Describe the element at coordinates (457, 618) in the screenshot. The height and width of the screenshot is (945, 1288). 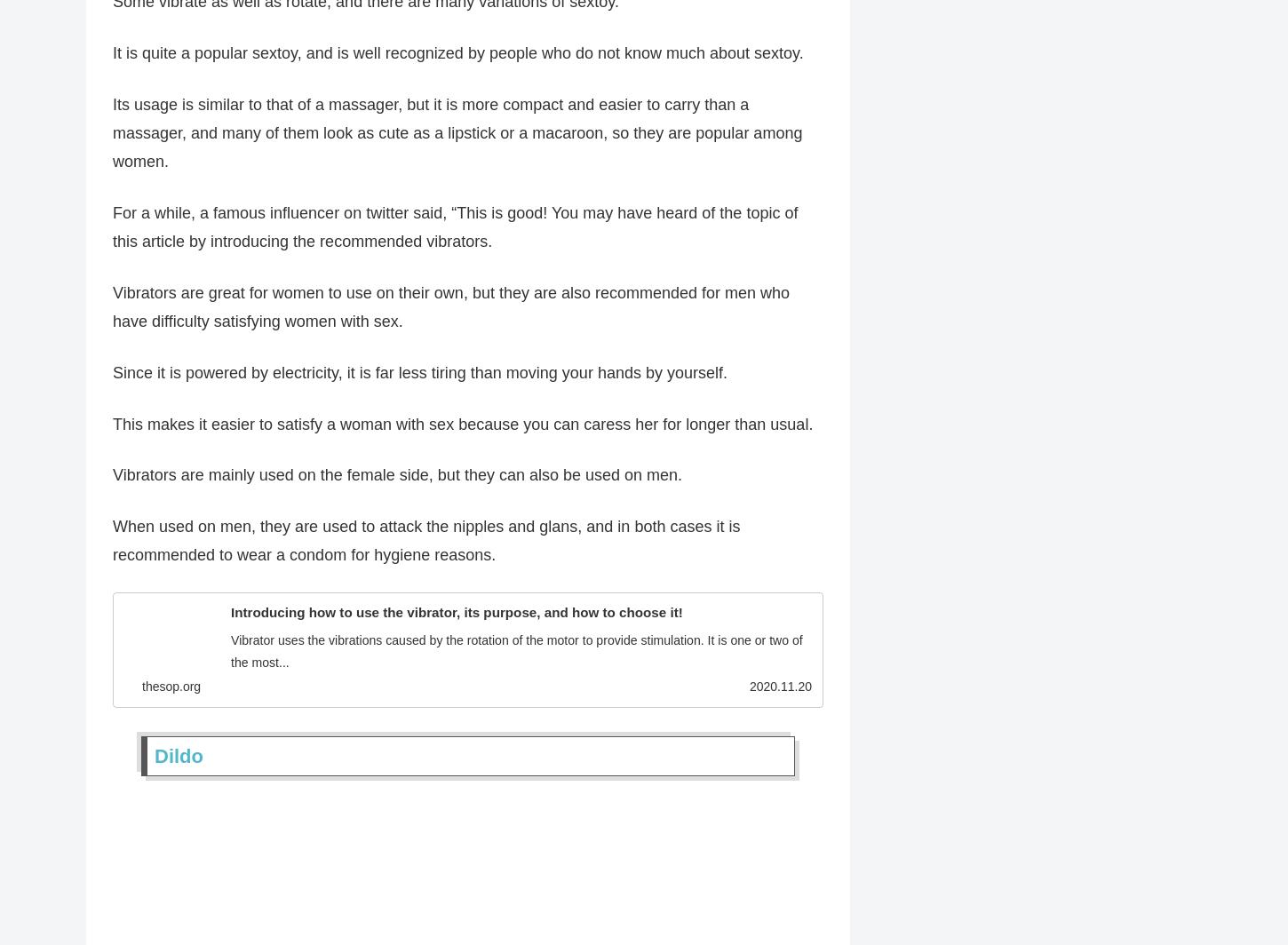
I see `'Introducing how to use the vibrator, its purpose, and how to choose it!'` at that location.